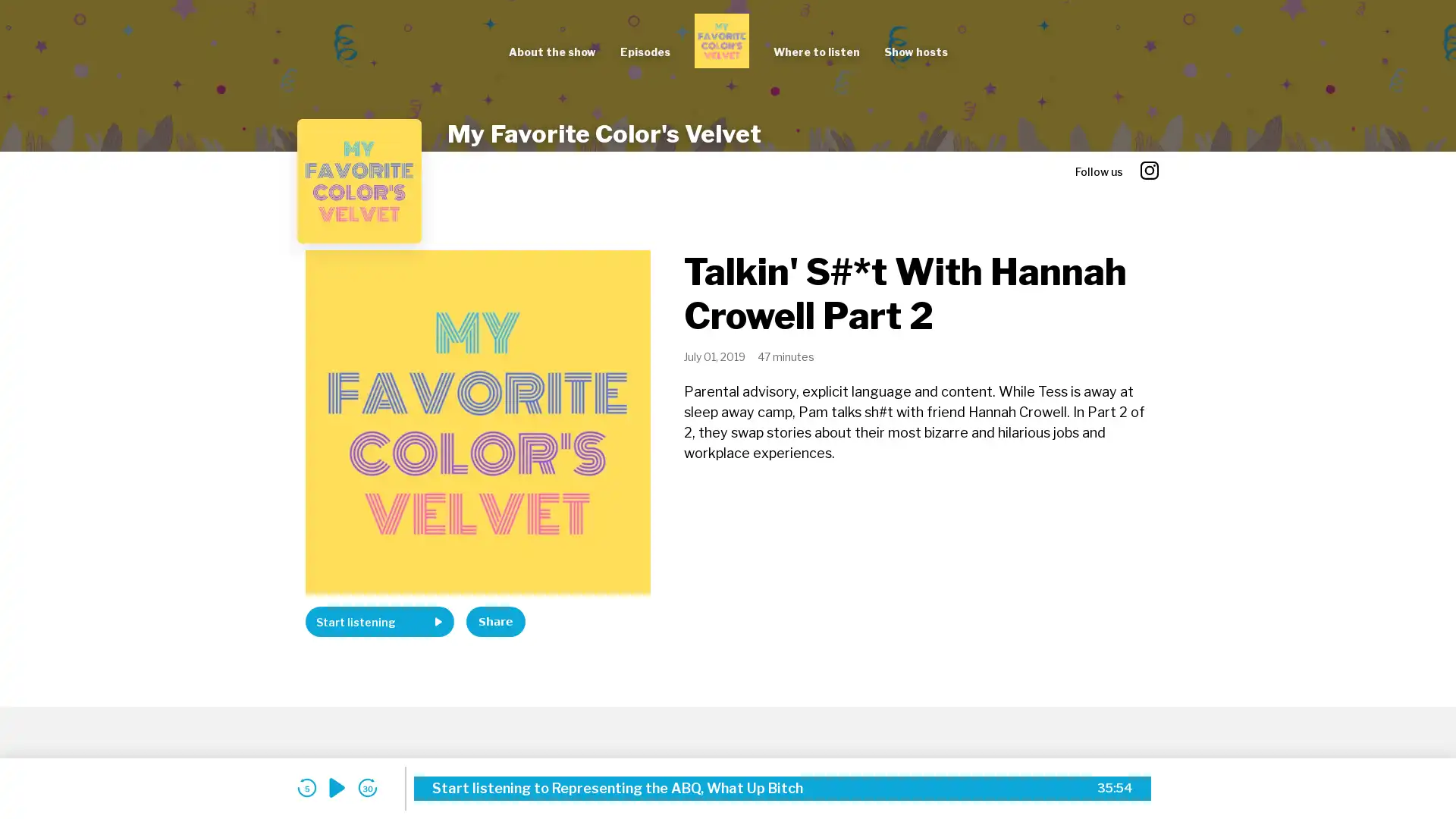 This screenshot has width=1456, height=819. What do you see at coordinates (367, 787) in the screenshot?
I see `skip forward 30 seconds` at bounding box center [367, 787].